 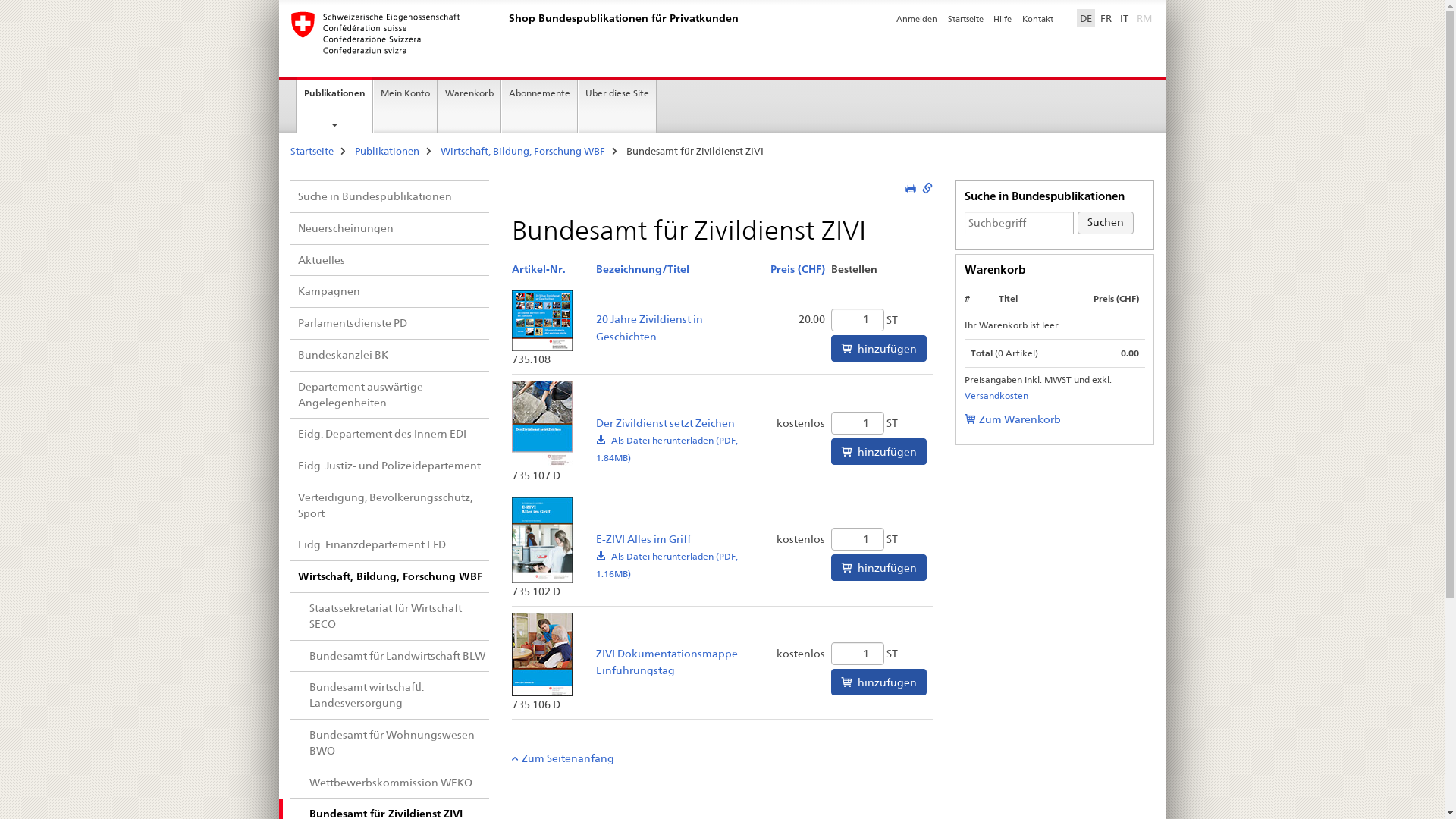 What do you see at coordinates (1123, 17) in the screenshot?
I see `'IT'` at bounding box center [1123, 17].